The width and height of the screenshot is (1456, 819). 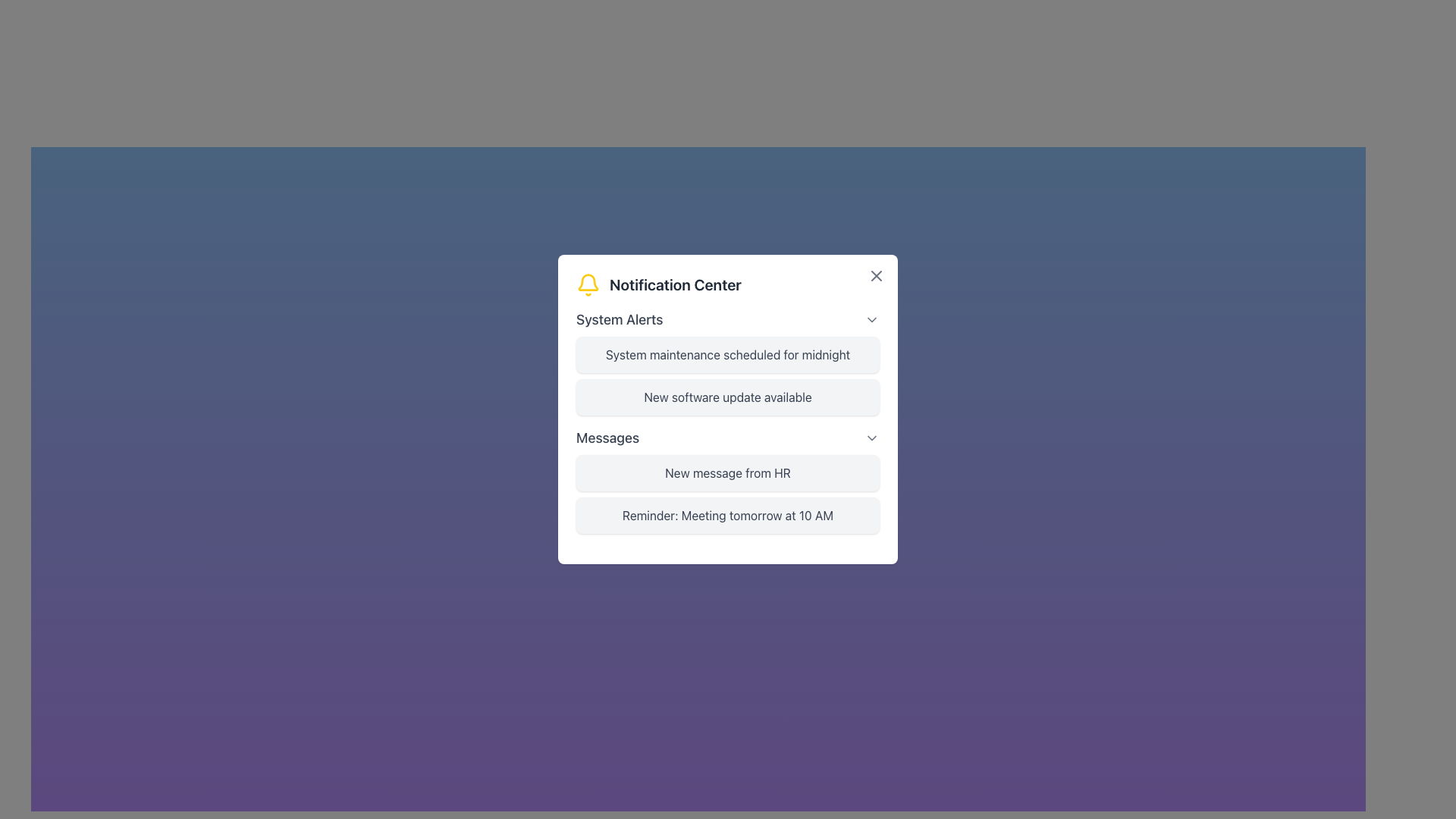 I want to click on the text box labeled 'Reminder: Meeting tomorrow at 10 AM' to trigger a background color change, so click(x=728, y=514).